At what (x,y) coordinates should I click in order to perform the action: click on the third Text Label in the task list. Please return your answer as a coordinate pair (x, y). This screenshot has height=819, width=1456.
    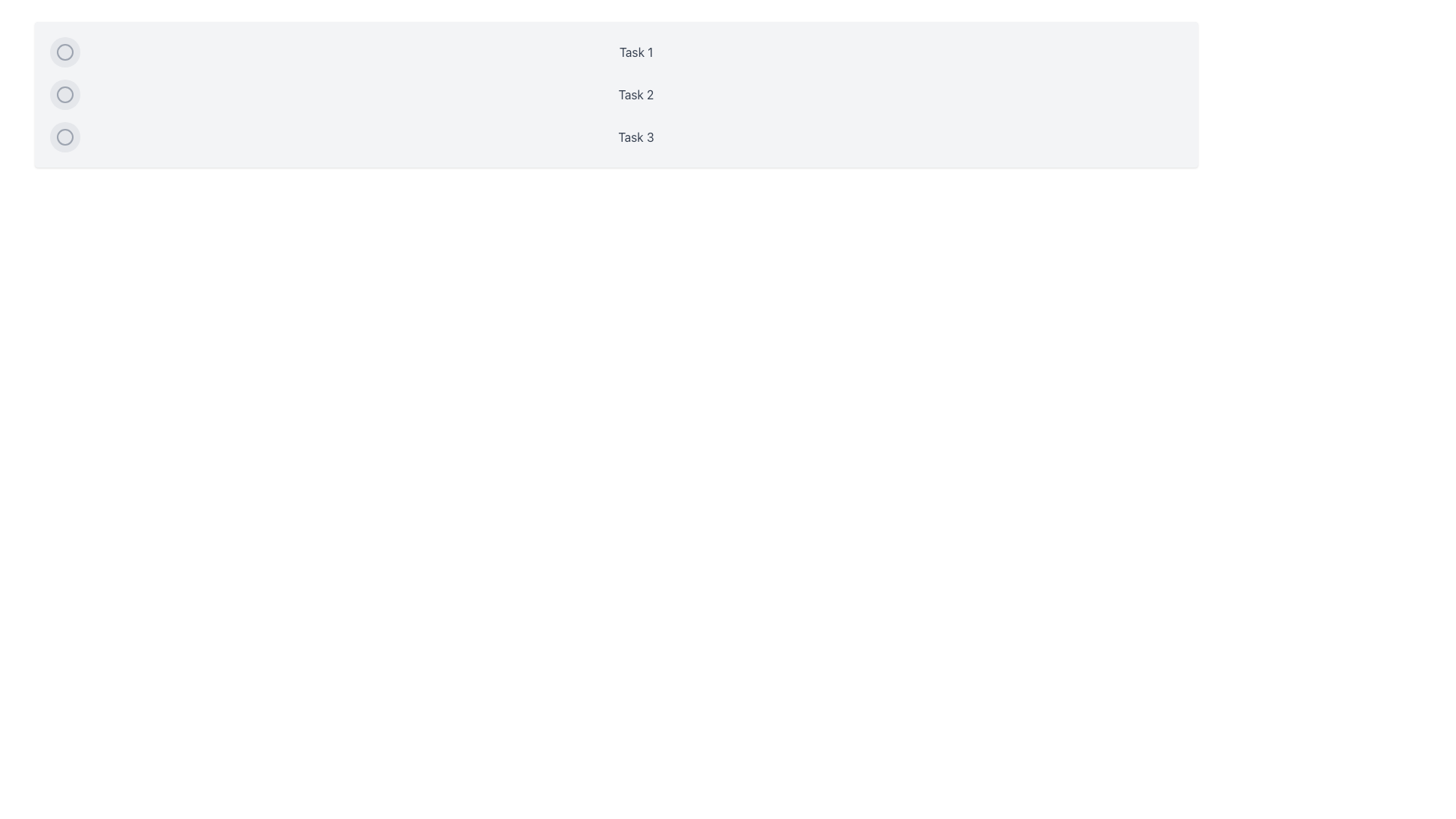
    Looking at the image, I should click on (616, 137).